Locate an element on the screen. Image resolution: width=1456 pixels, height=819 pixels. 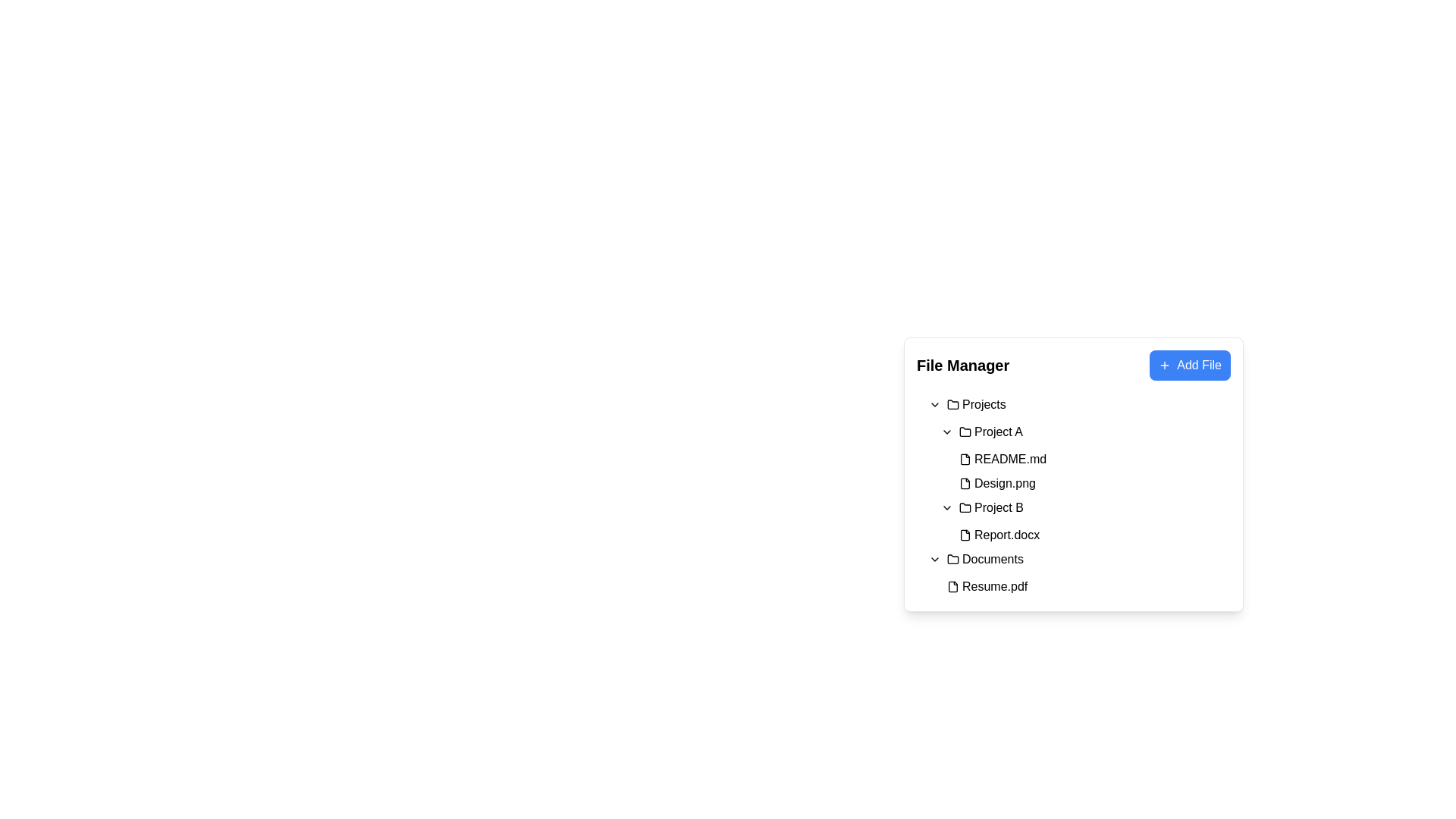
the toggle button located to the left of the 'Documents' label is located at coordinates (934, 559).